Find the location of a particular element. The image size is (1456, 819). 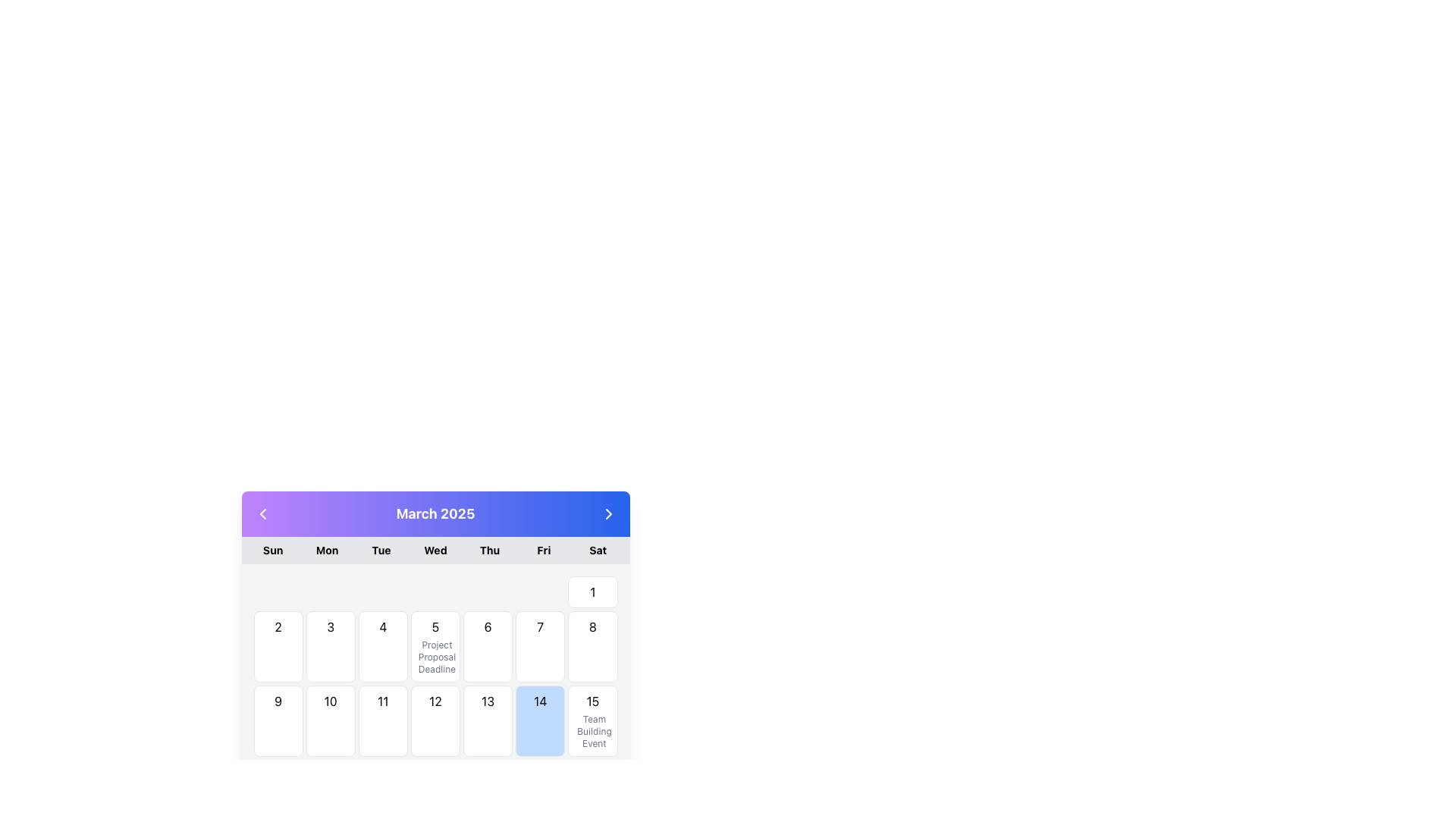

the text label displaying 'Project Proposal Deadline' located centrally within the box for March 5th in the calendar layout is located at coordinates (435, 657).